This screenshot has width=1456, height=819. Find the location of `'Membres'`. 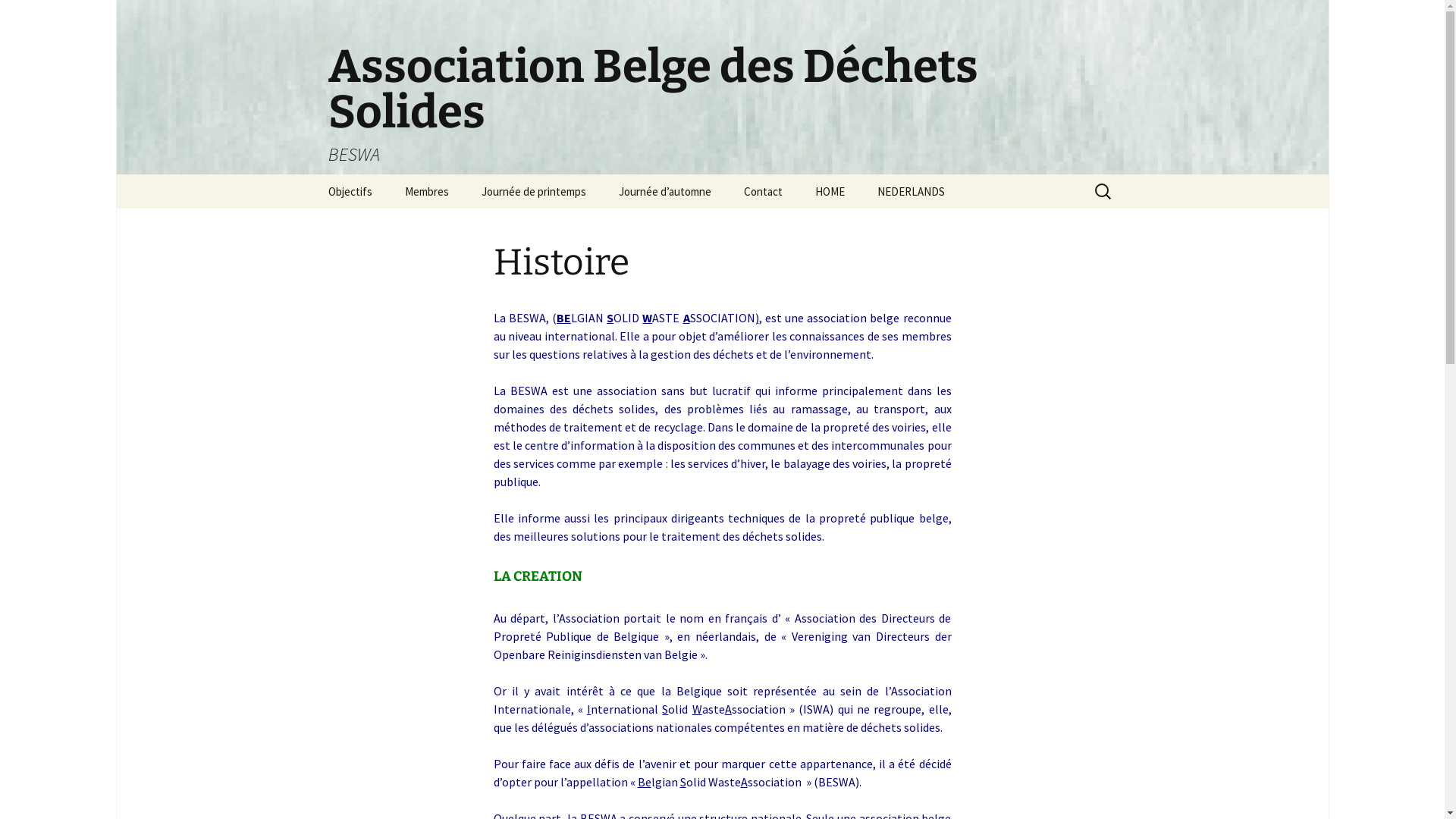

'Membres' is located at coordinates (425, 190).